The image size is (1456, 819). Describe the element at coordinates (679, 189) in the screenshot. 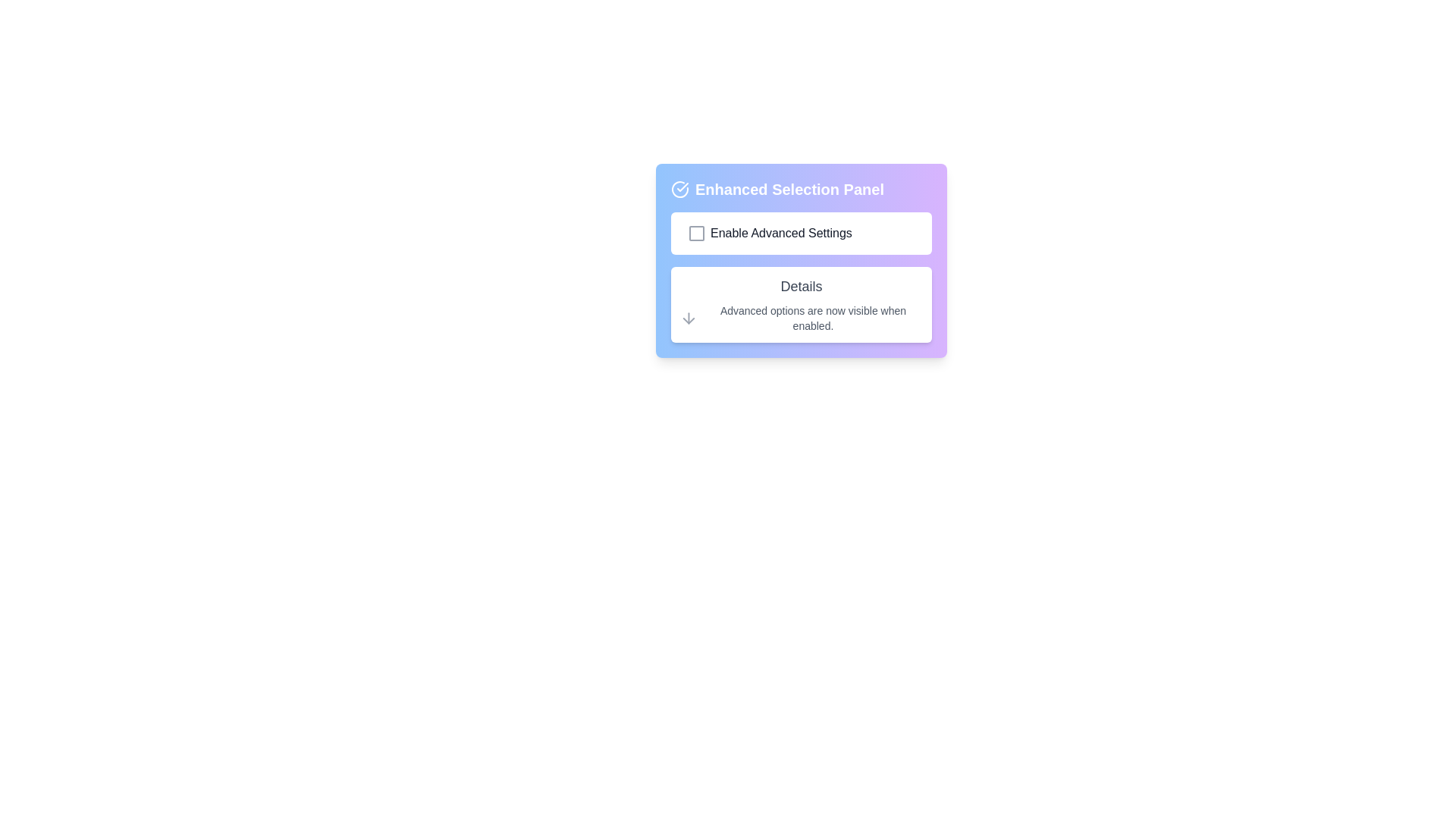

I see `the icon indicating a completed status or confirmation in the header of the 'Enhanced Selection Panel', located at the far left adjacent to the panel title` at that location.